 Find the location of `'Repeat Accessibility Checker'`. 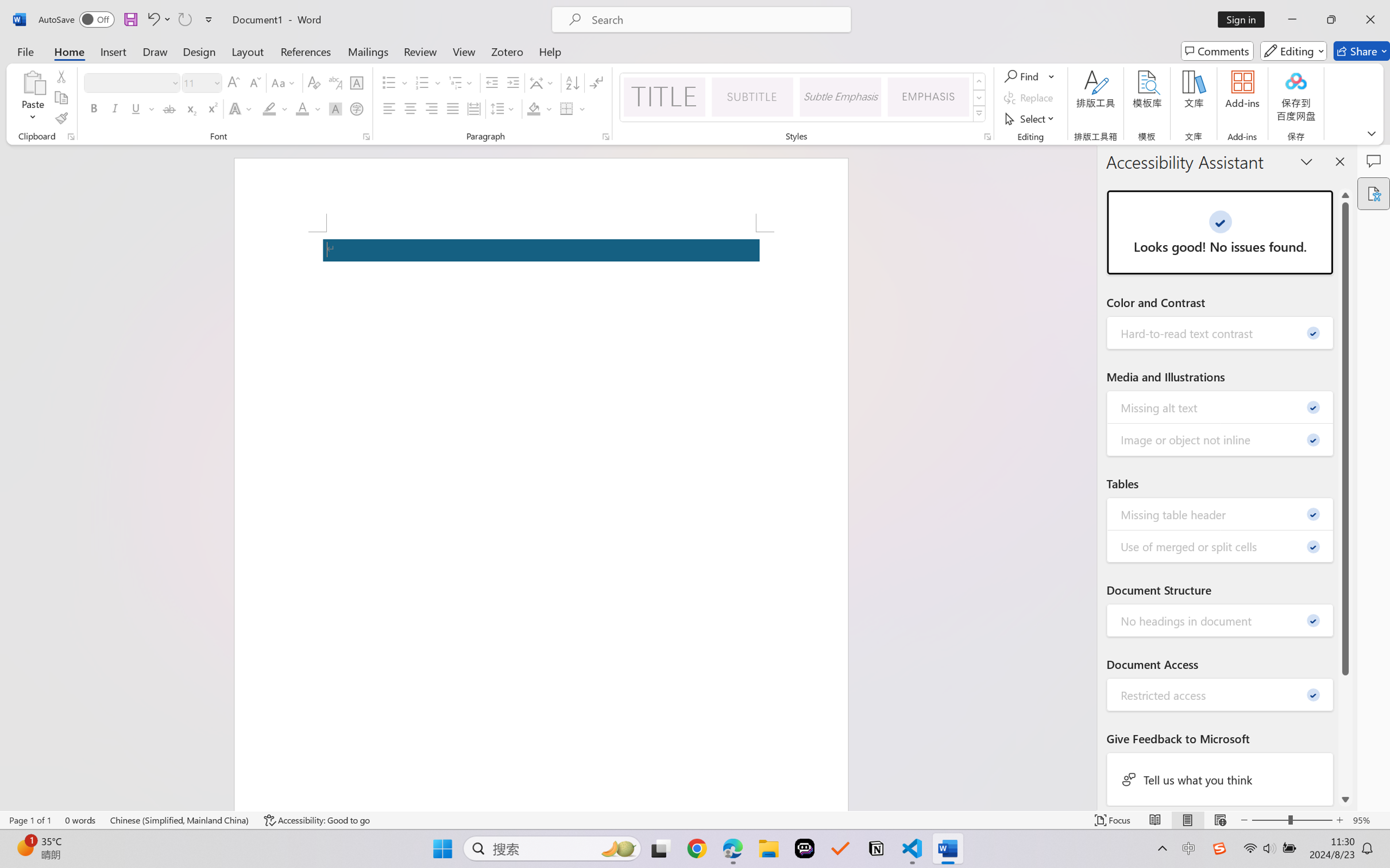

'Repeat Accessibility Checker' is located at coordinates (184, 19).